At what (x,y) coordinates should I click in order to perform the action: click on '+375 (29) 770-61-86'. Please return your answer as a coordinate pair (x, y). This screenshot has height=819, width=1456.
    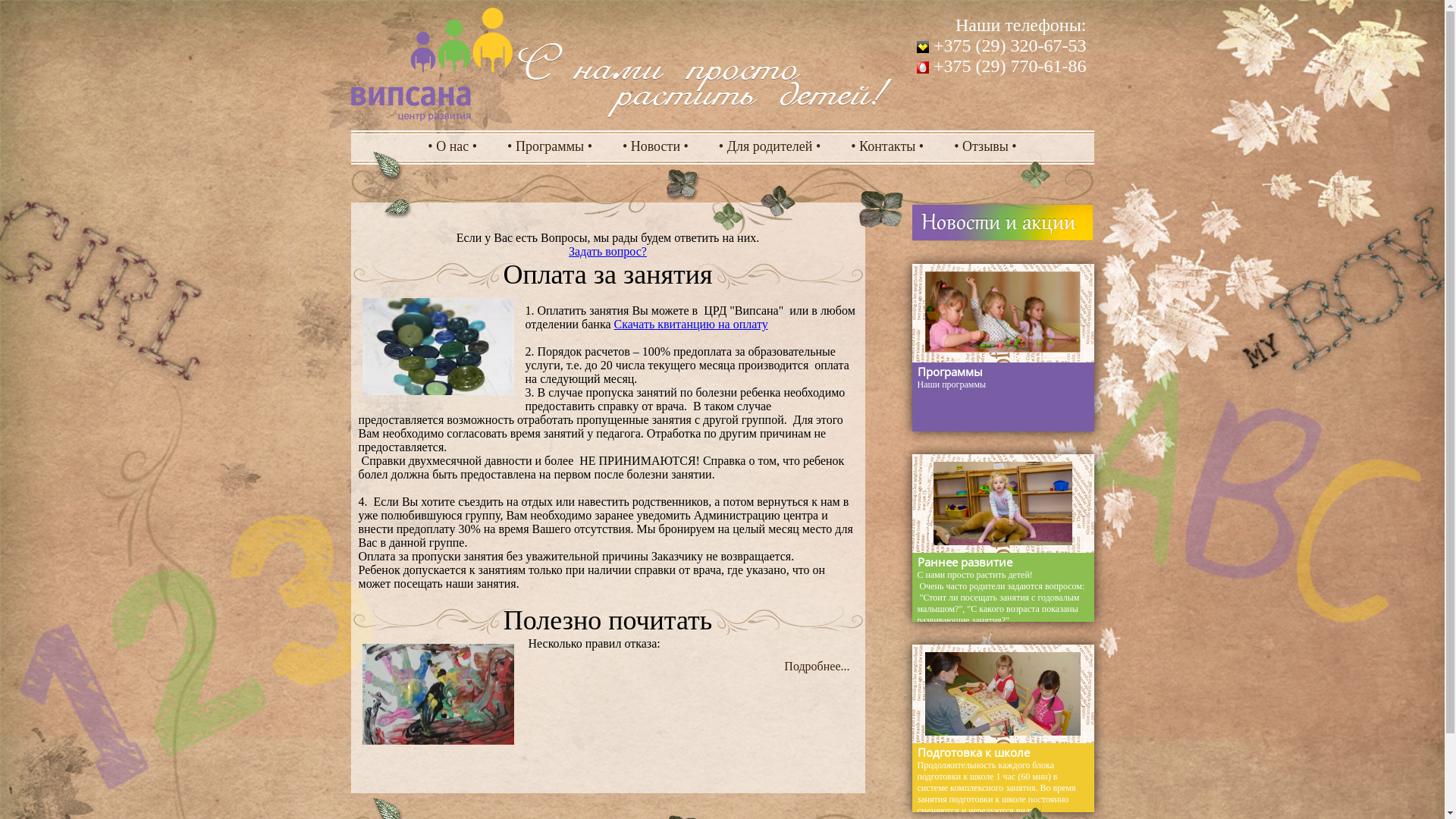
    Looking at the image, I should click on (1001, 65).